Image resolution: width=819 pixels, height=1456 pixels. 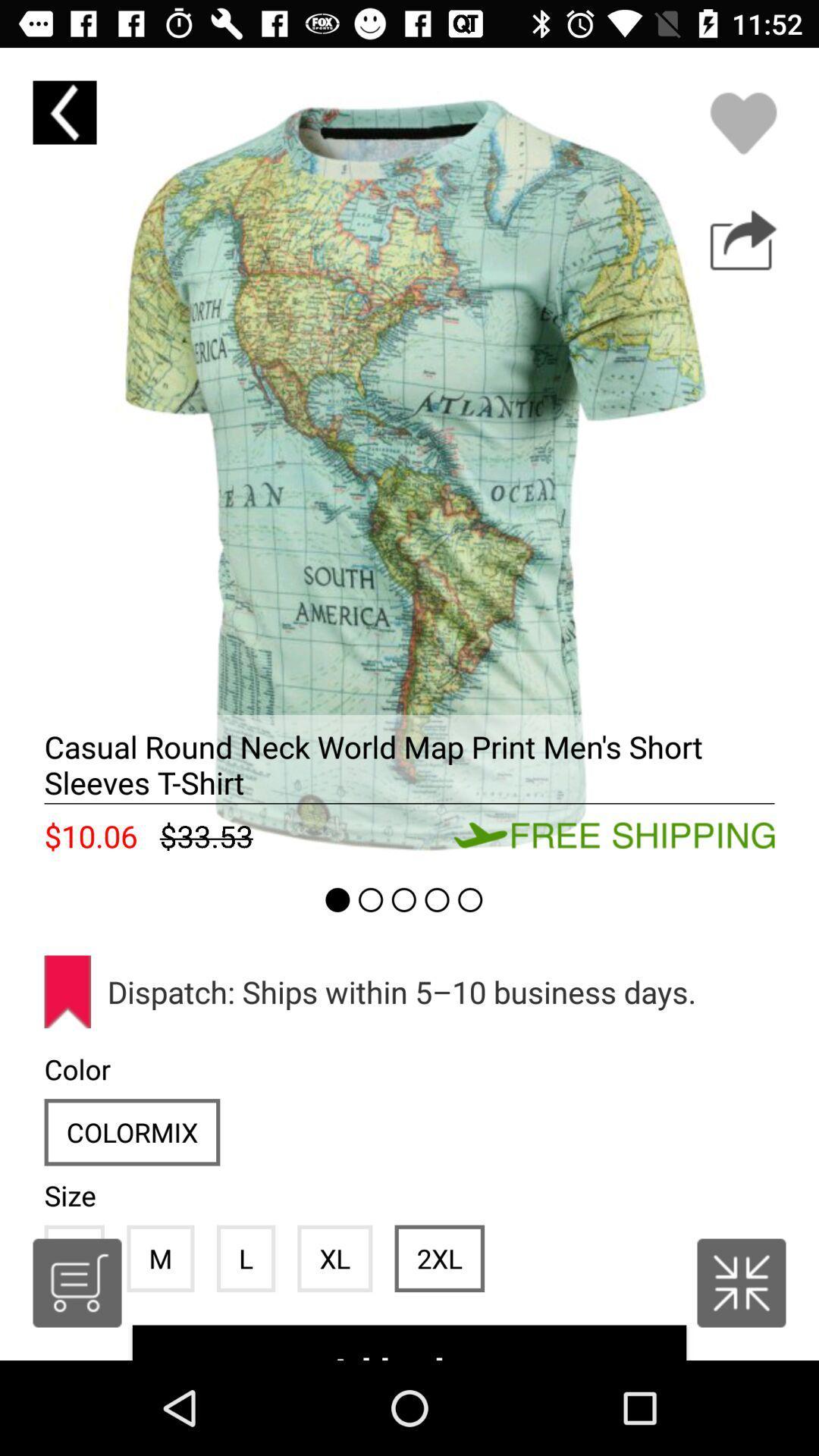 What do you see at coordinates (77, 1282) in the screenshot?
I see `the cart icon` at bounding box center [77, 1282].